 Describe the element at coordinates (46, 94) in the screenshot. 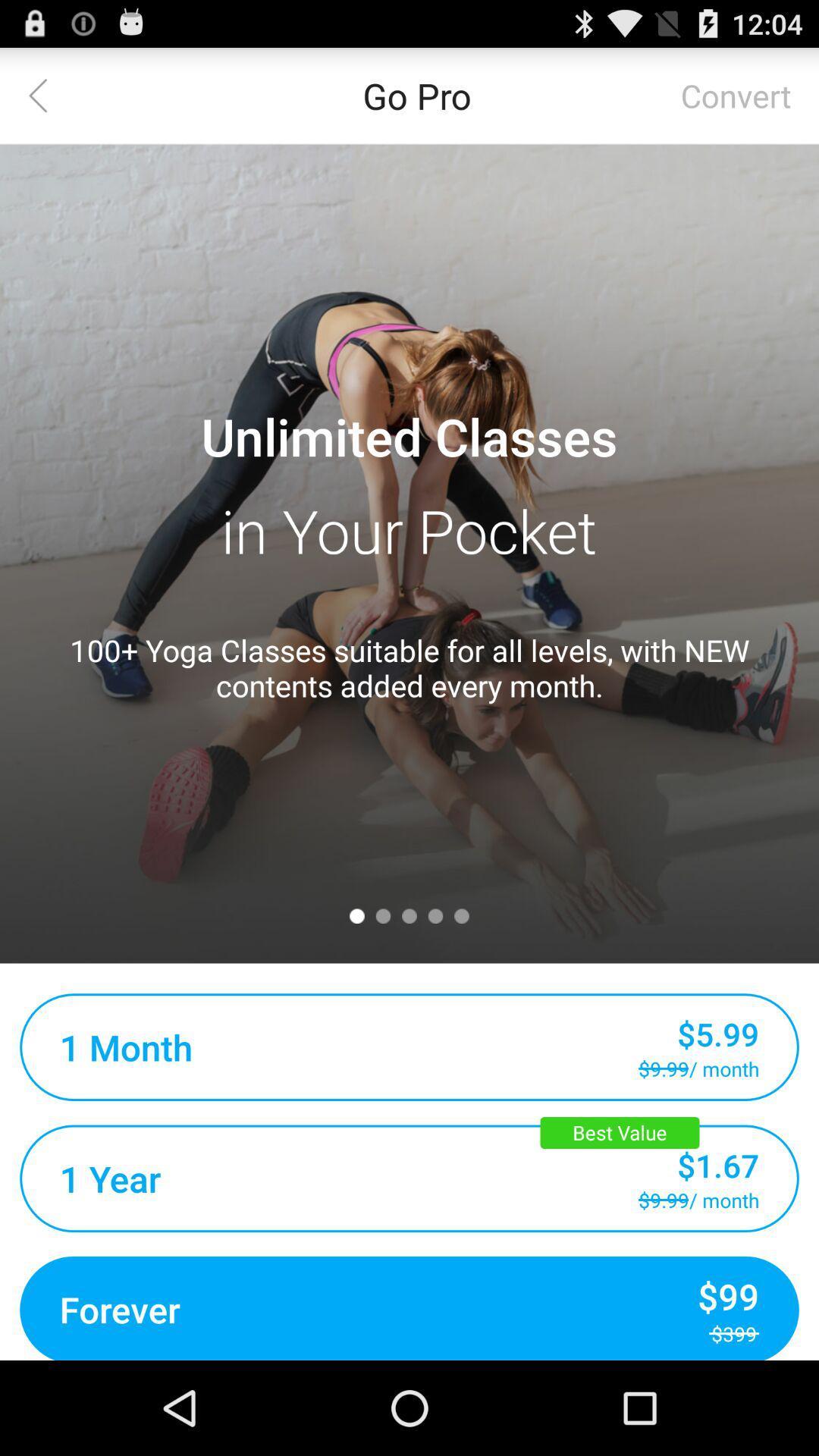

I see `the icon next to the go pro` at that location.